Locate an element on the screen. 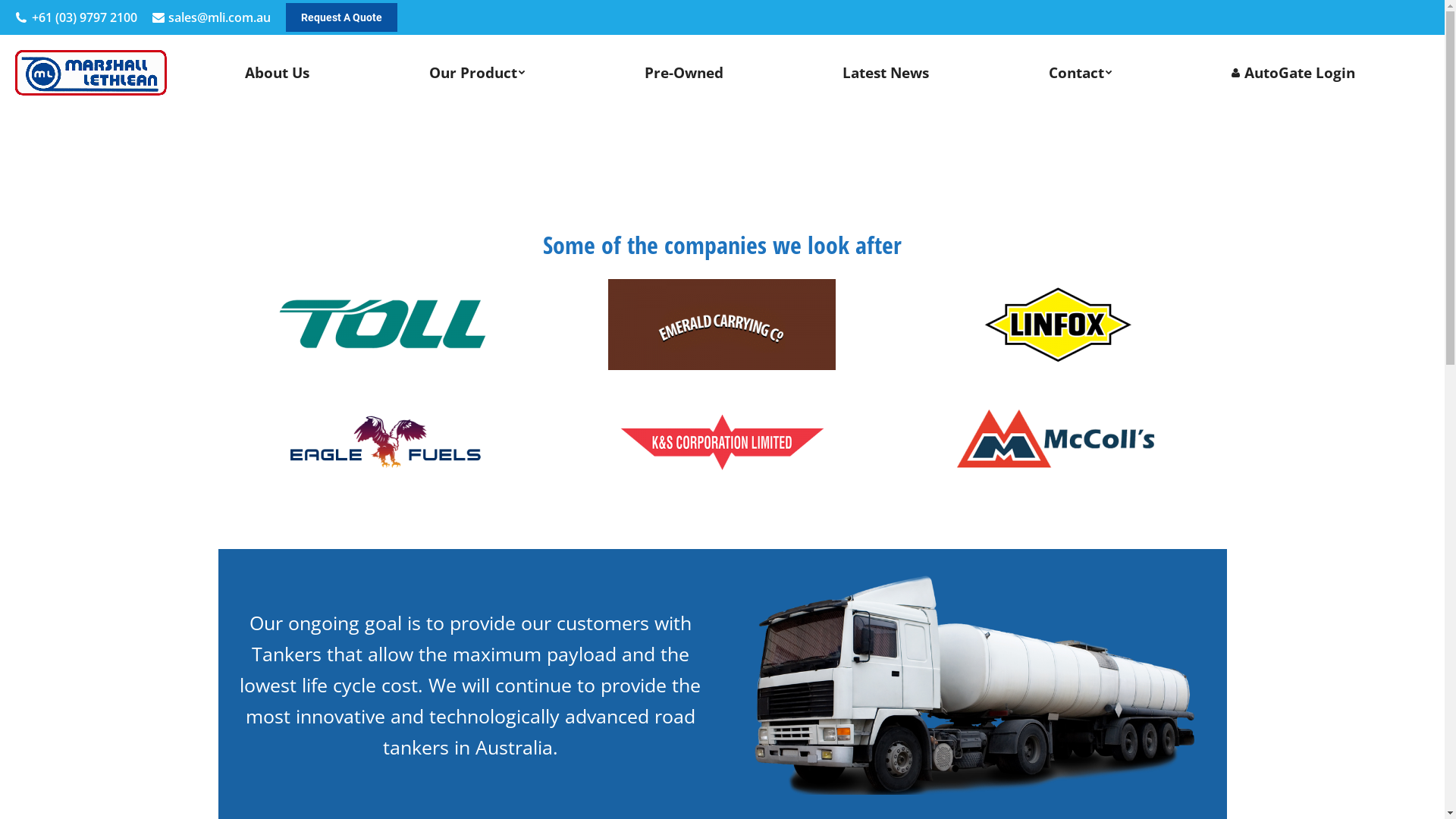  'Our Product' is located at coordinates (476, 73).